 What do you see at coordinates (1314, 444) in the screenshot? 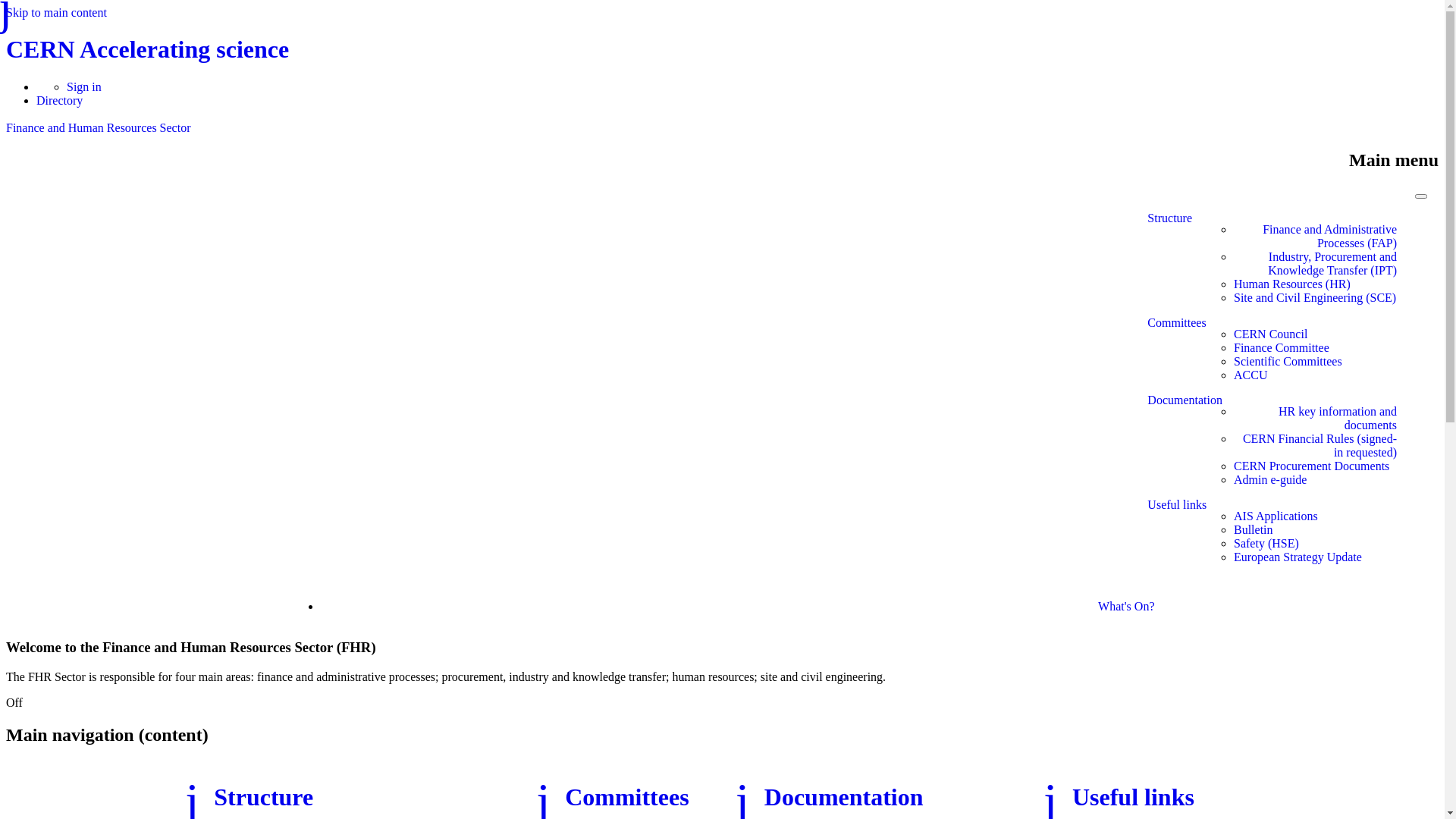
I see `'CERN Financial Rules (signed-in requested)'` at bounding box center [1314, 444].